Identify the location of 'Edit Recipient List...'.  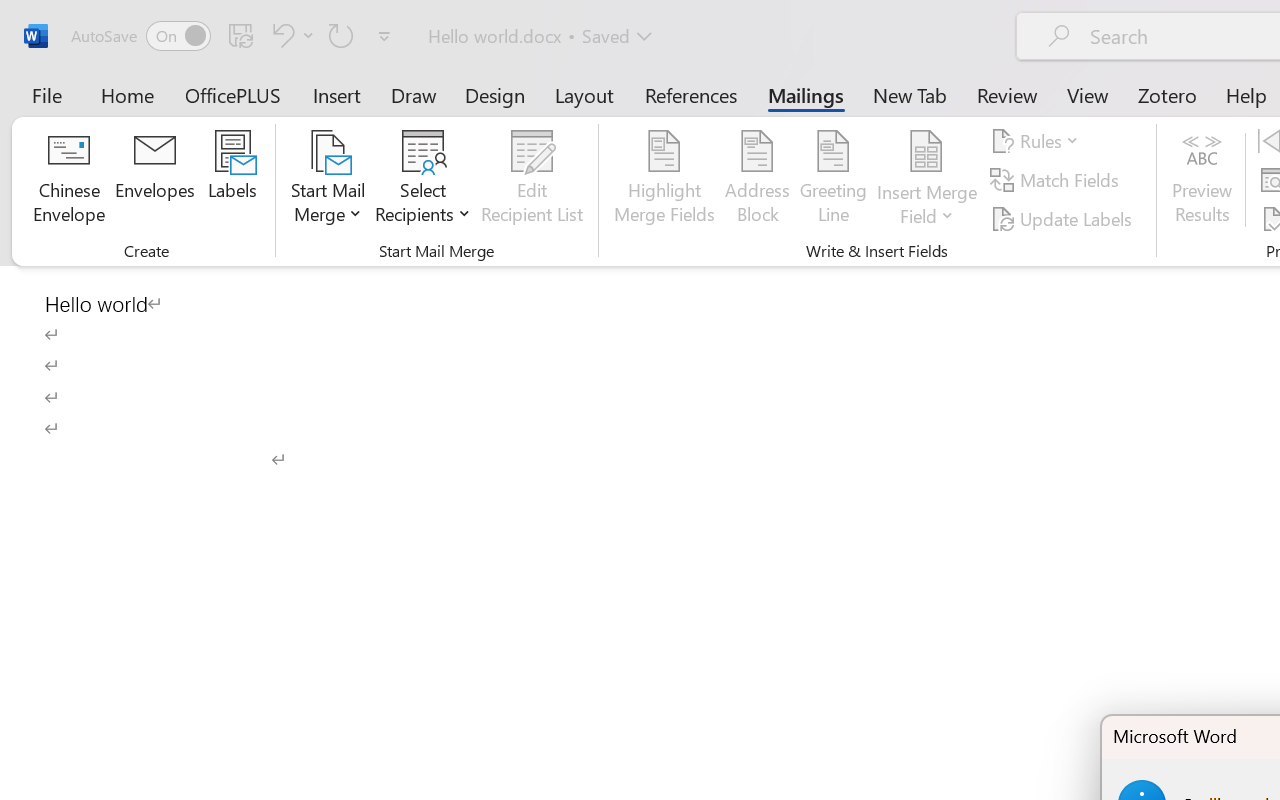
(532, 179).